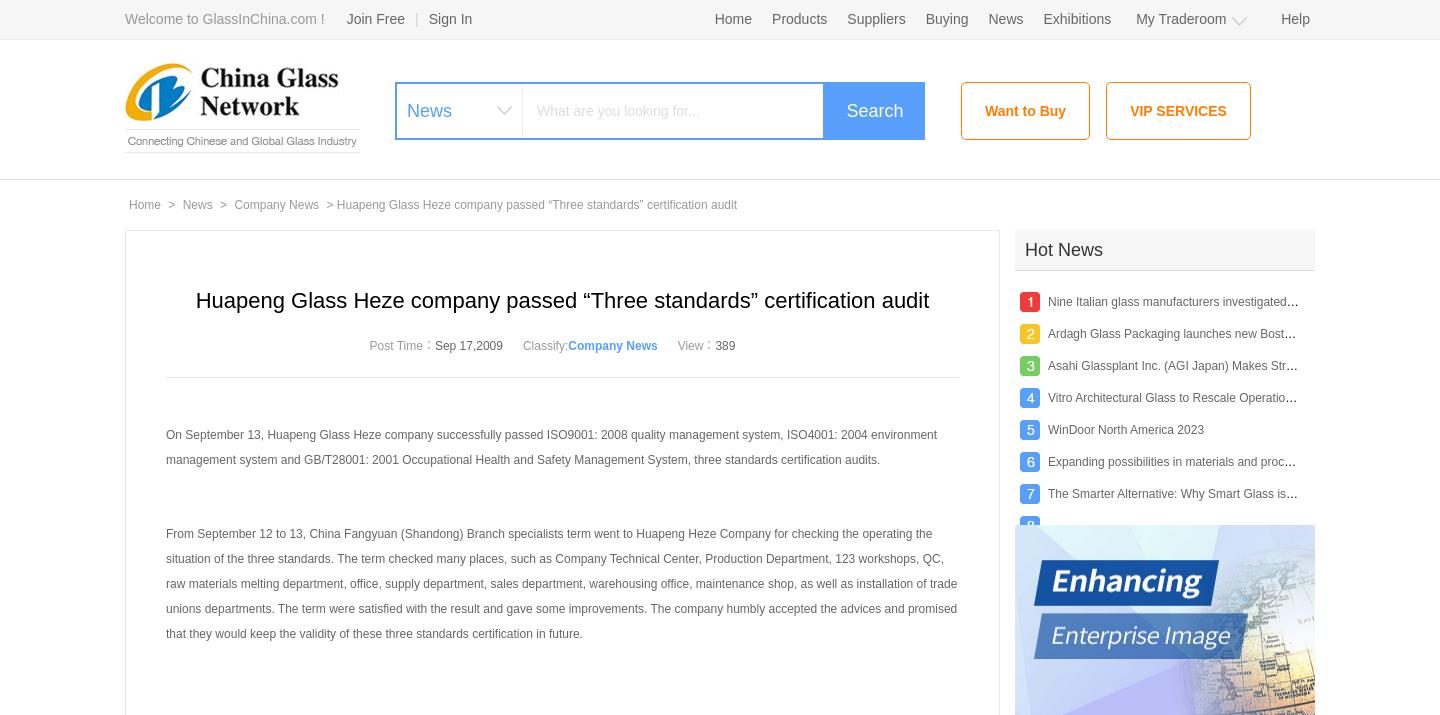 Image resolution: width=1440 pixels, height=715 pixels. What do you see at coordinates (1200, 397) in the screenshot?
I see `'Vitro Architectural Glass to Rescale Operations in Carlisle'` at bounding box center [1200, 397].